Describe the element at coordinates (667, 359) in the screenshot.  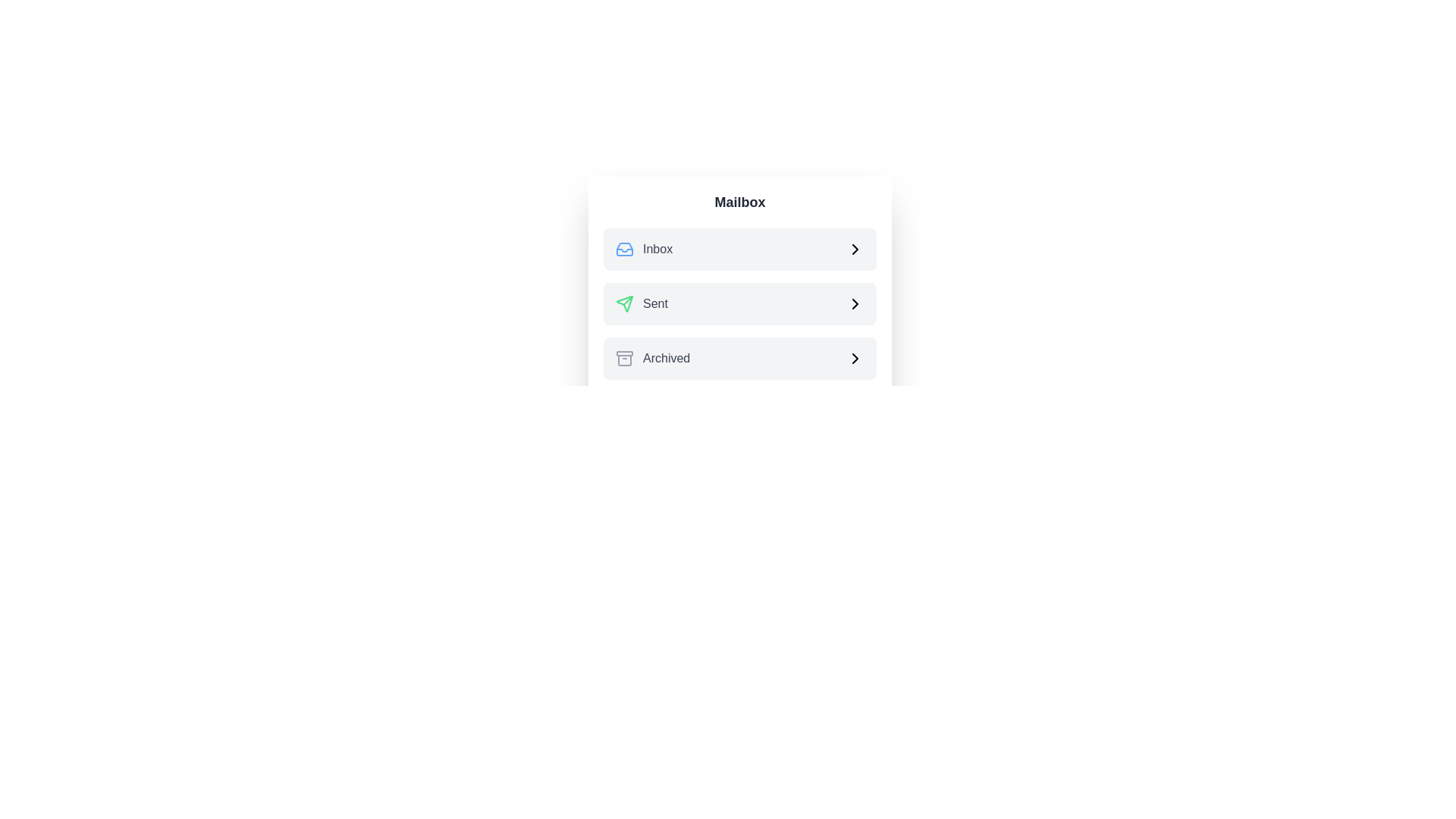
I see `the text label that serves as the third item in the vertically-stacked menu layout, specifically labeled for accessing archived items, located to the right of the archive icon` at that location.